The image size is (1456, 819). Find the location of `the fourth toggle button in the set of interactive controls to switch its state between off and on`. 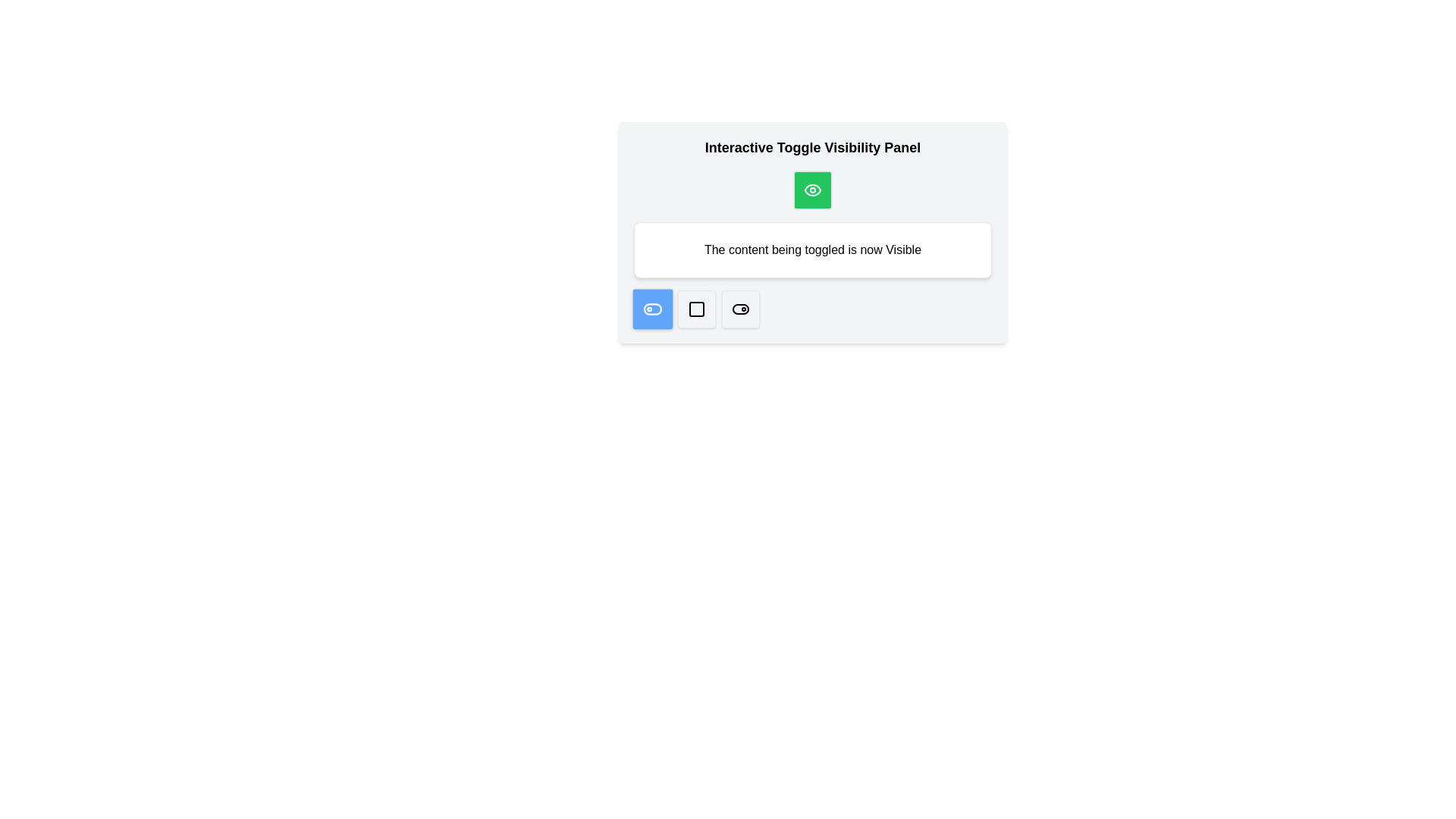

the fourth toggle button in the set of interactive controls to switch its state between off and on is located at coordinates (741, 309).